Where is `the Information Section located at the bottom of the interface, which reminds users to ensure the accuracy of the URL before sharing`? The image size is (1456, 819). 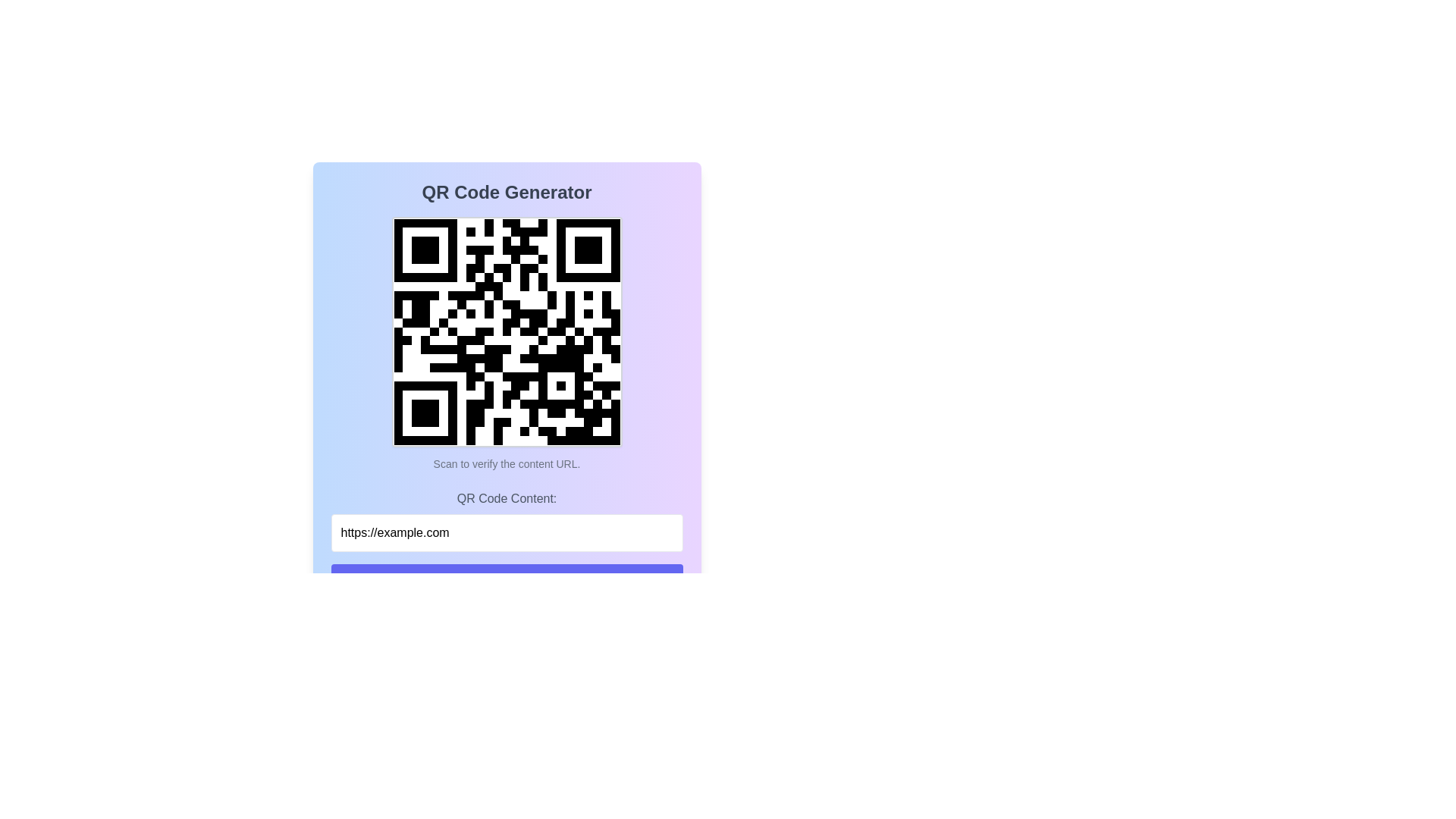 the Information Section located at the bottom of the interface, which reminds users to ensure the accuracy of the URL before sharing is located at coordinates (507, 683).